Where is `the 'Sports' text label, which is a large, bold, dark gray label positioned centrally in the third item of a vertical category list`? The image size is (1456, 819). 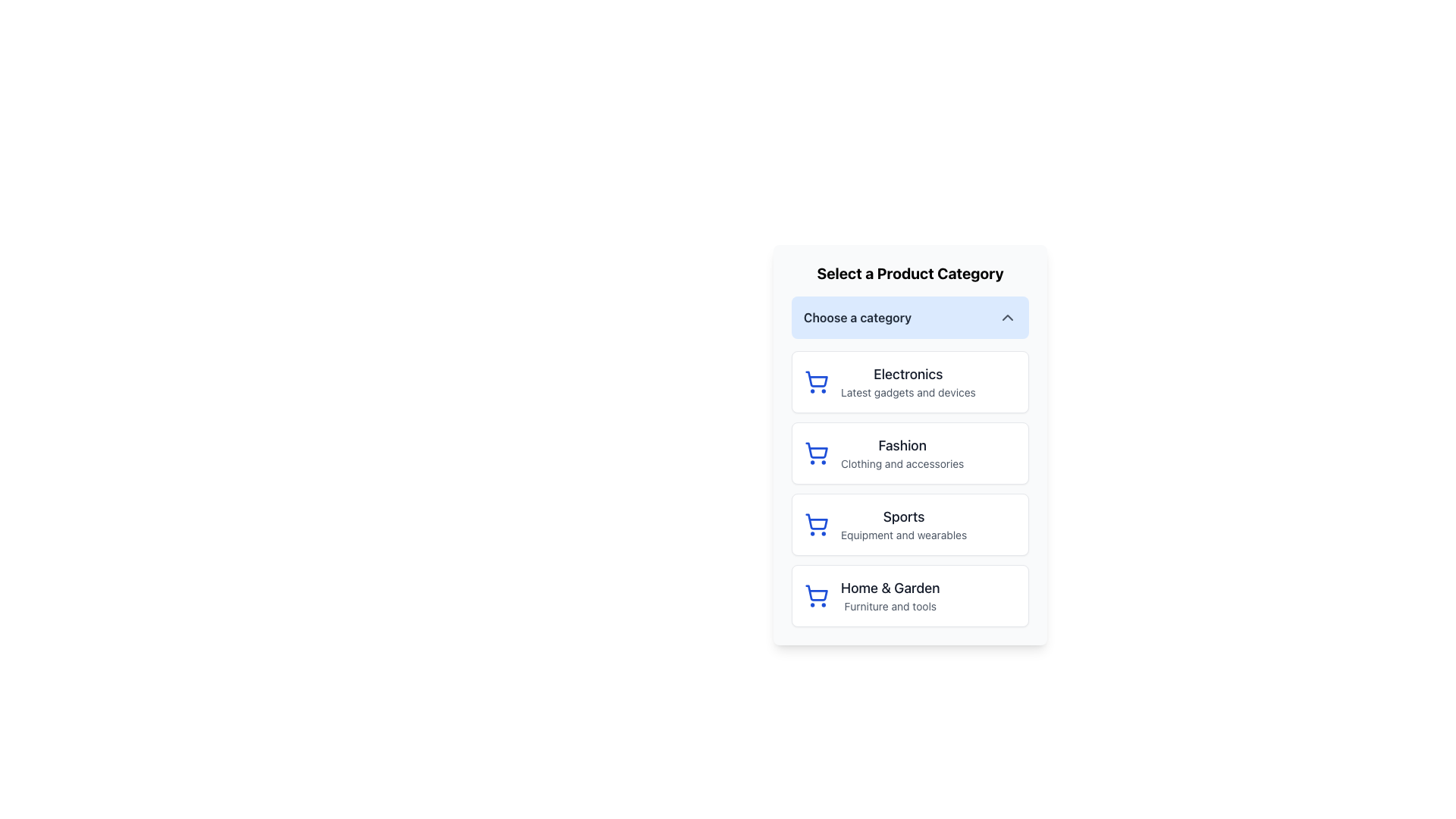
the 'Sports' text label, which is a large, bold, dark gray label positioned centrally in the third item of a vertical category list is located at coordinates (904, 516).